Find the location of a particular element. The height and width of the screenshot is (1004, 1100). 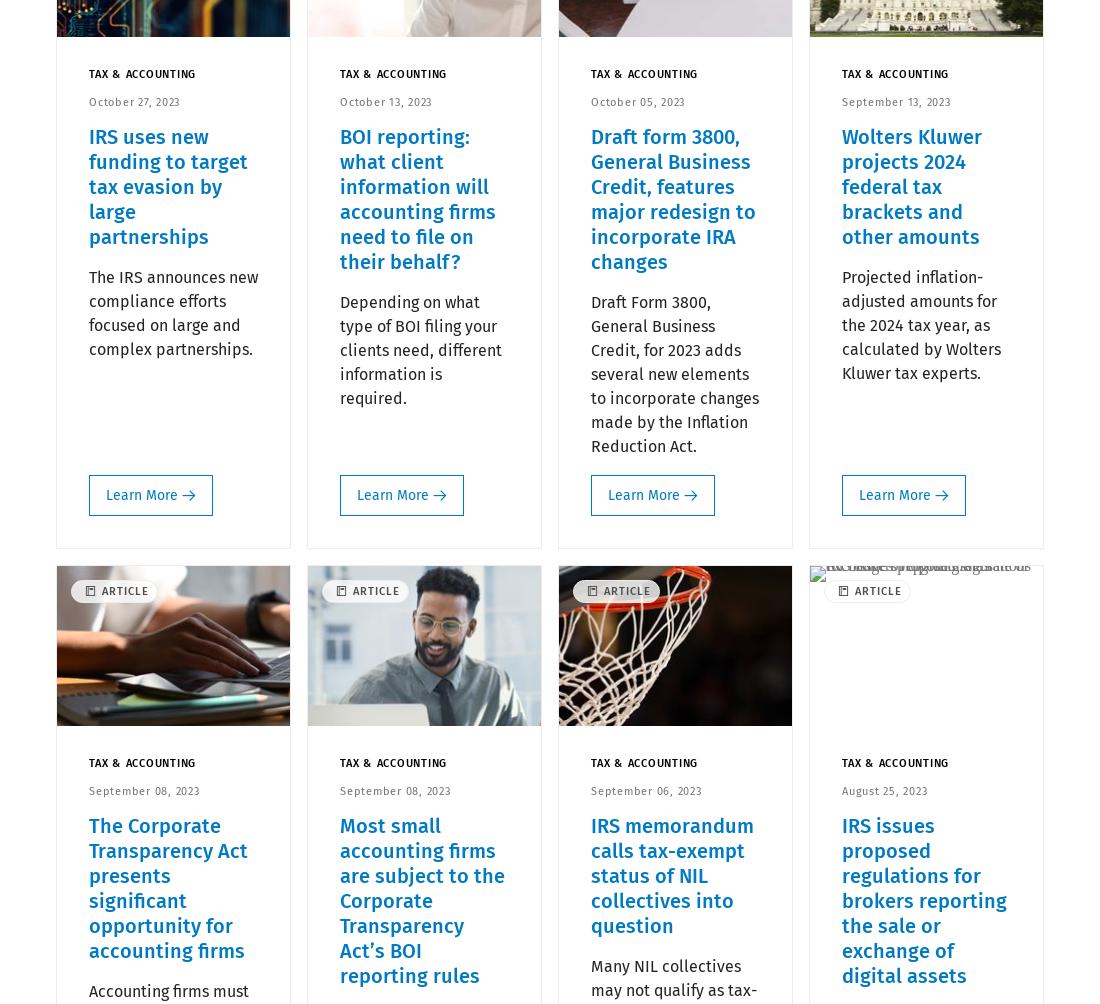

'Draft form 3800, General Business Credit, features major redesign to incorporate IRA changes' is located at coordinates (673, 197).